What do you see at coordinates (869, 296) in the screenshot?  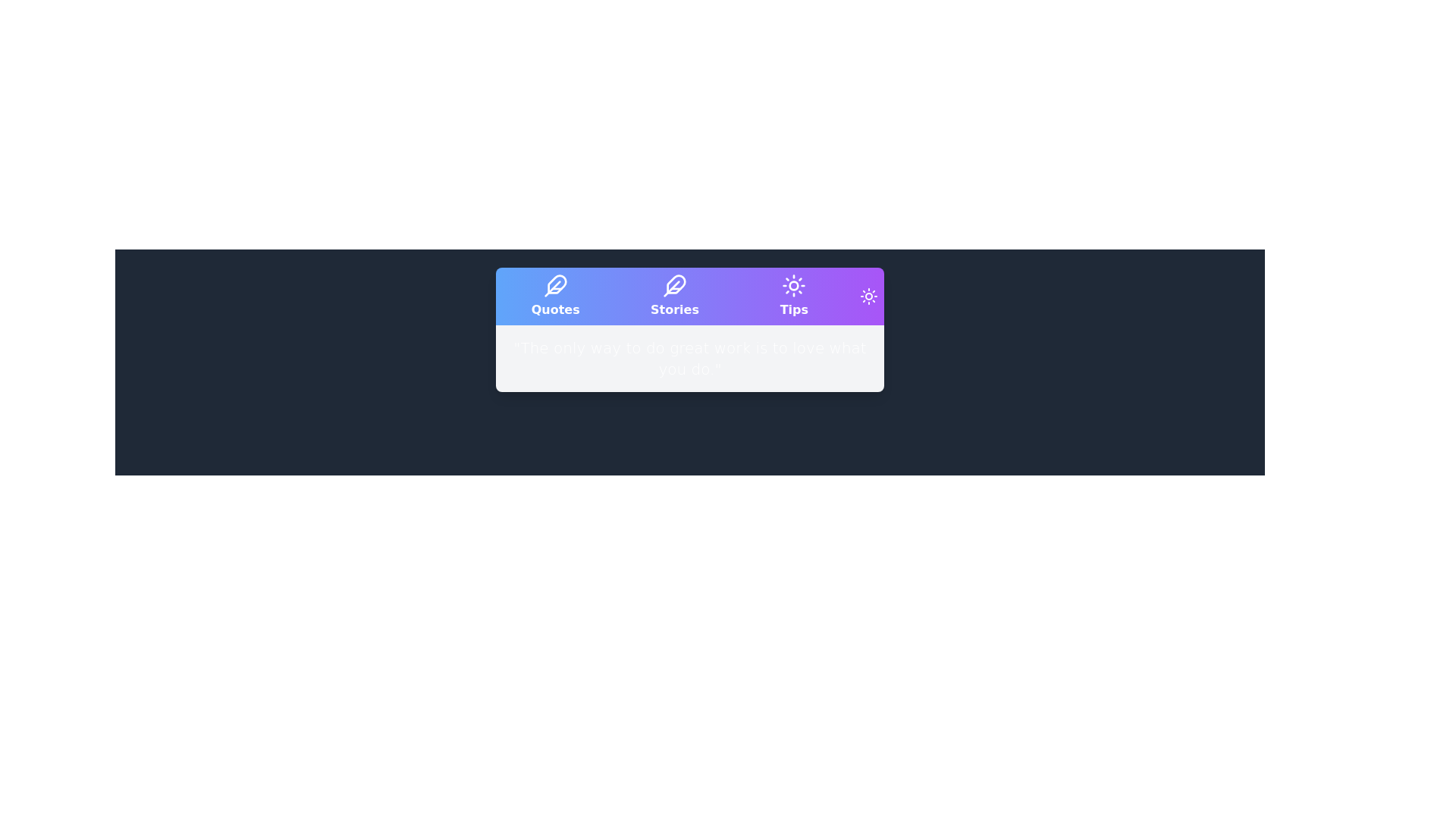 I see `the theme toggle button to switch between light and dark themes` at bounding box center [869, 296].